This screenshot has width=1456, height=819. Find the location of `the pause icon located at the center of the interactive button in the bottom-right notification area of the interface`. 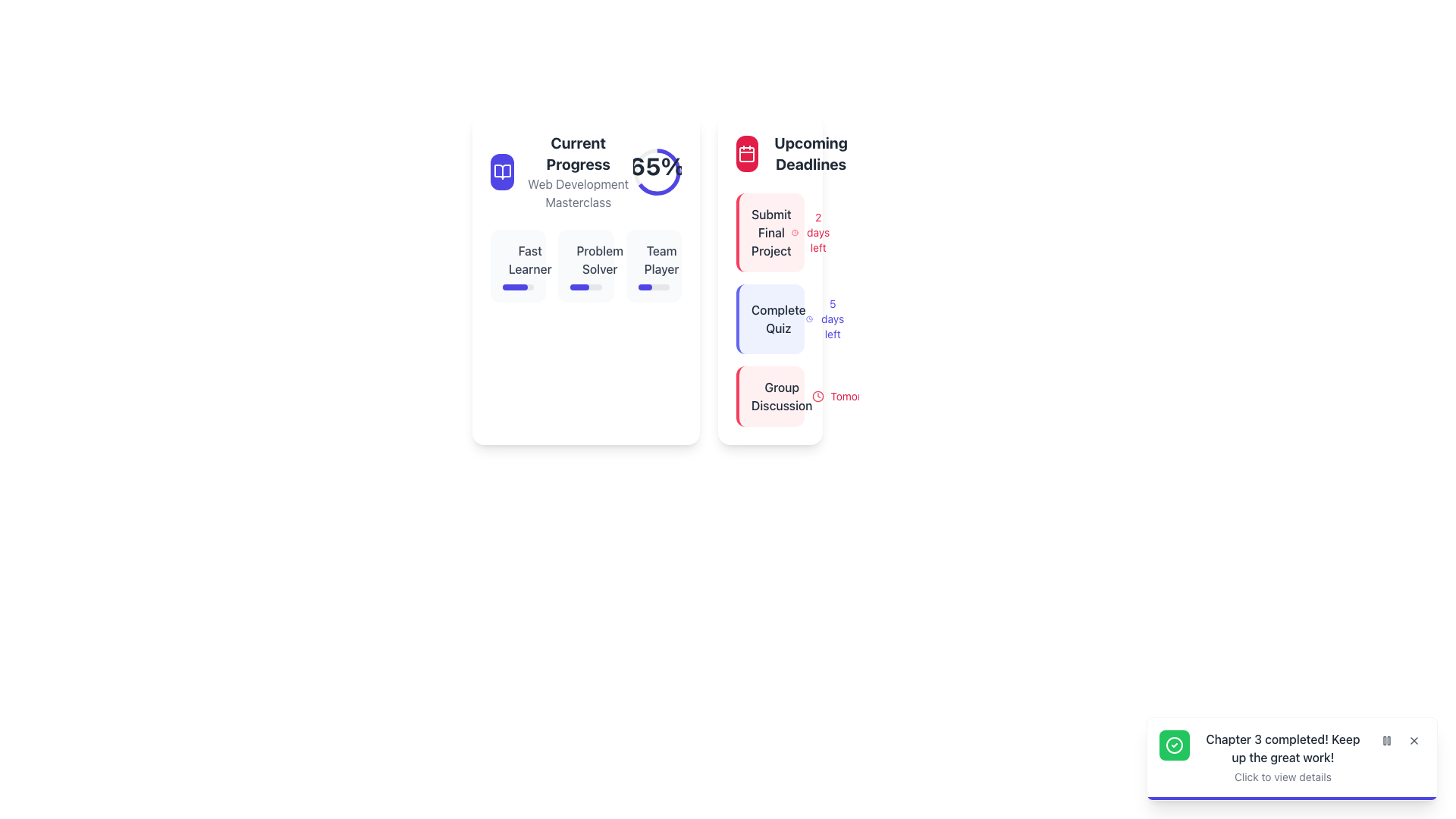

the pause icon located at the center of the interactive button in the bottom-right notification area of the interface is located at coordinates (1386, 739).